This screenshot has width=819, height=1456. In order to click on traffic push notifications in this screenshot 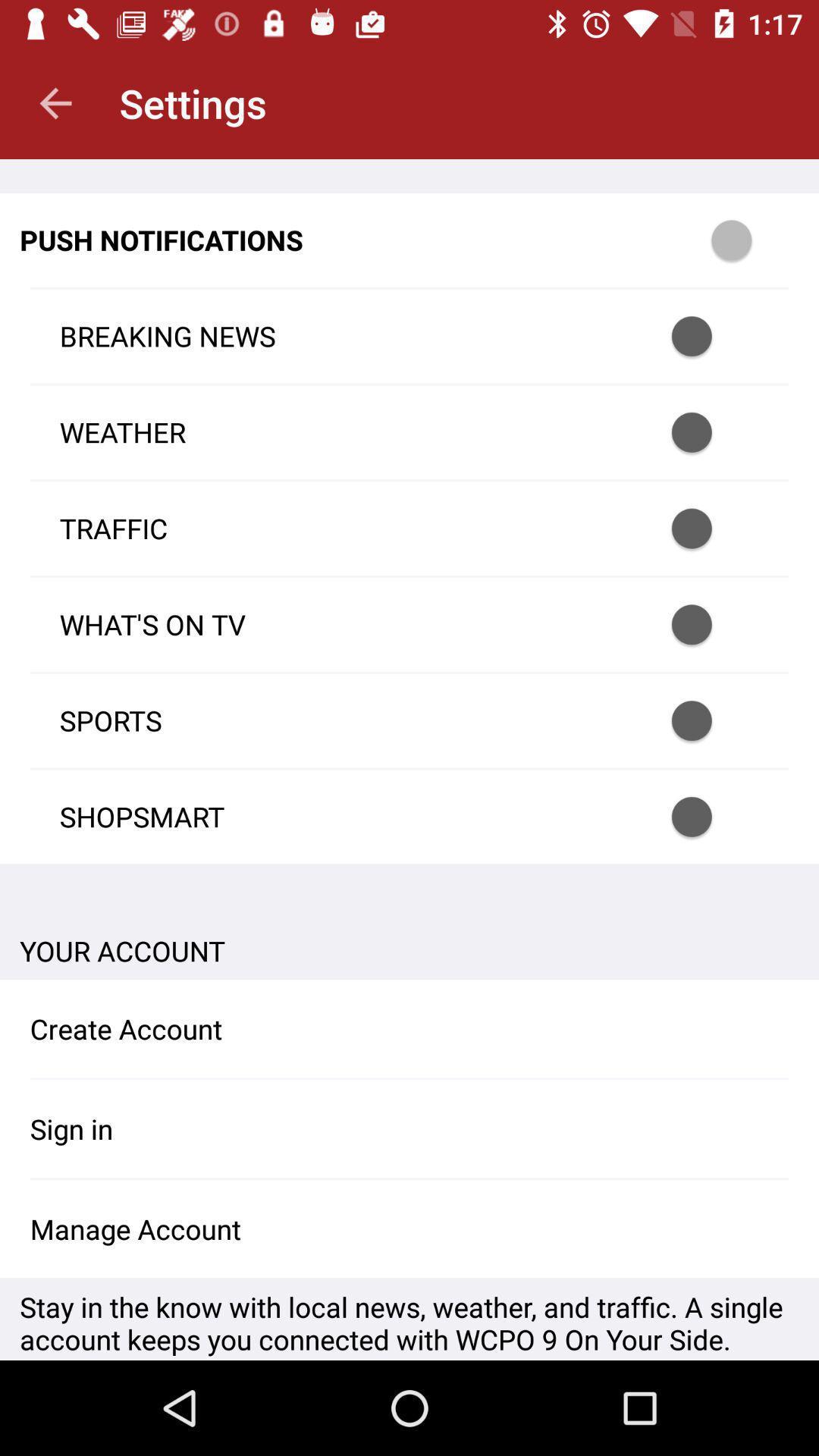, I will do `click(711, 529)`.